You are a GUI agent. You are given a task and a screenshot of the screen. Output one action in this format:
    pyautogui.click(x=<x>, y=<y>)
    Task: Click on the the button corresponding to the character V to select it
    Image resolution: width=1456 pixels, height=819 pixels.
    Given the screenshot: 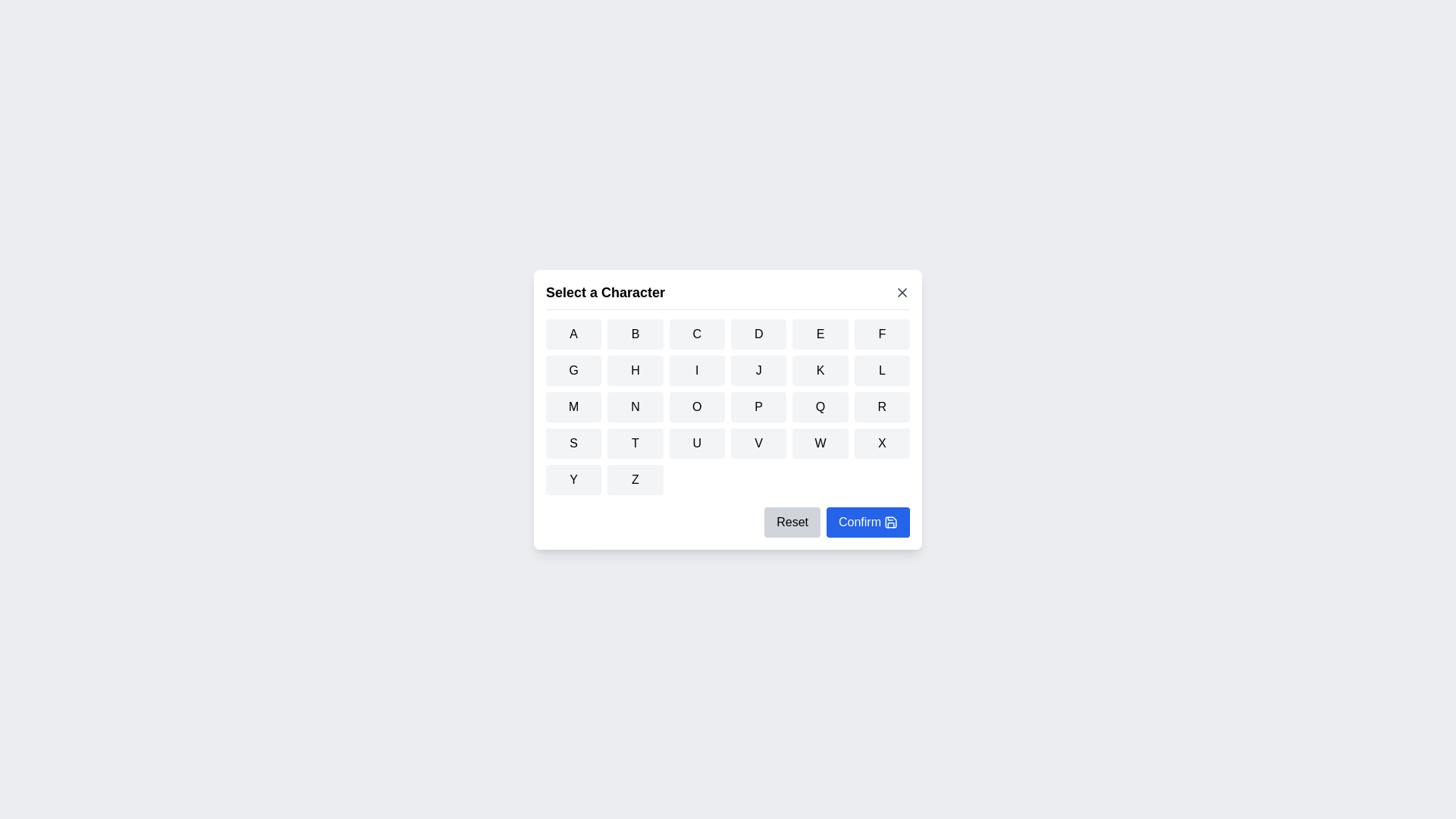 What is the action you would take?
    pyautogui.click(x=759, y=442)
    